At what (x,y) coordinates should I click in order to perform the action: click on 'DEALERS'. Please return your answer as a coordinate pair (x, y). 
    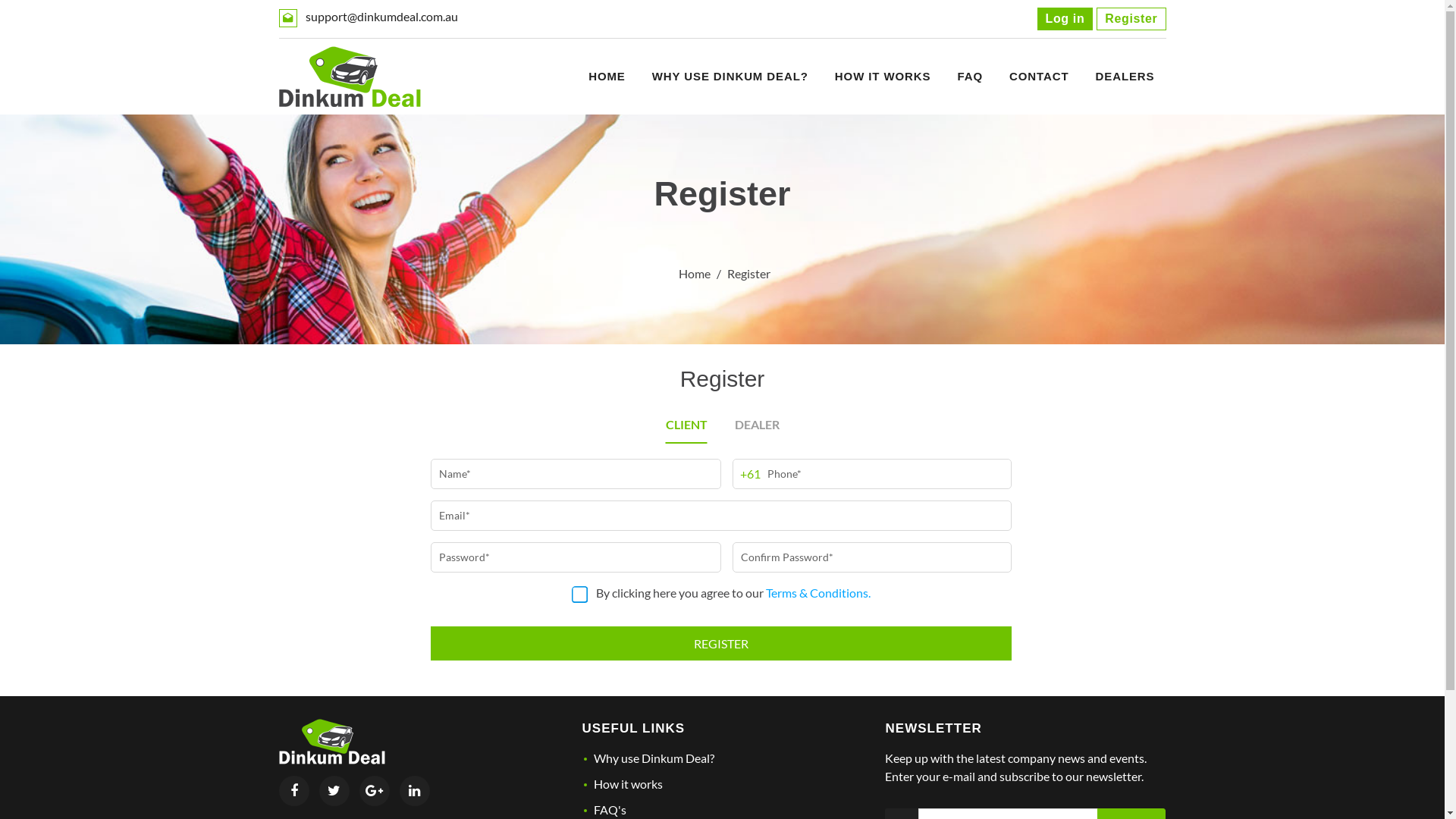
    Looking at the image, I should click on (1125, 76).